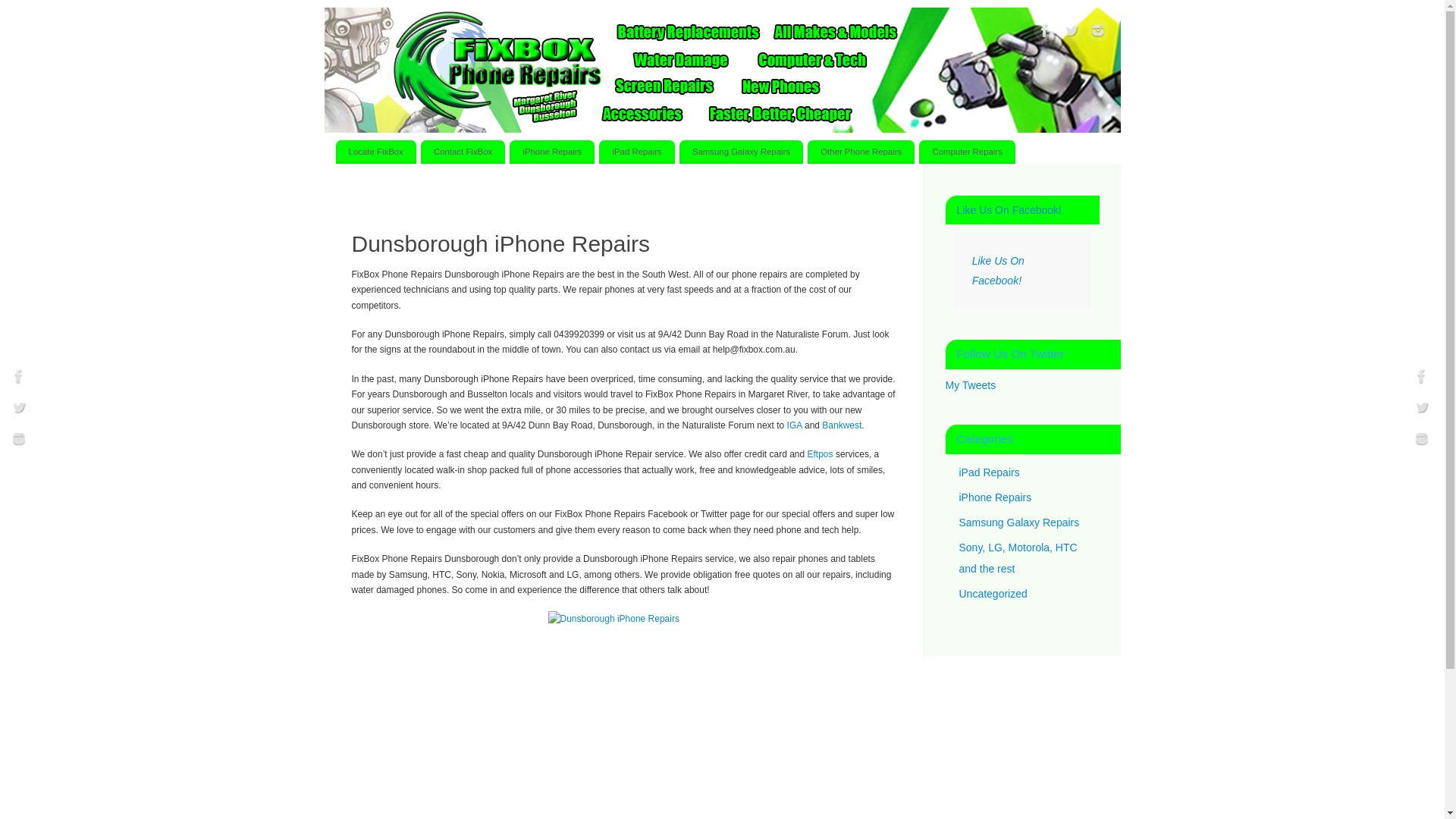 The height and width of the screenshot is (819, 1456). What do you see at coordinates (993, 592) in the screenshot?
I see `'Uncategorized'` at bounding box center [993, 592].